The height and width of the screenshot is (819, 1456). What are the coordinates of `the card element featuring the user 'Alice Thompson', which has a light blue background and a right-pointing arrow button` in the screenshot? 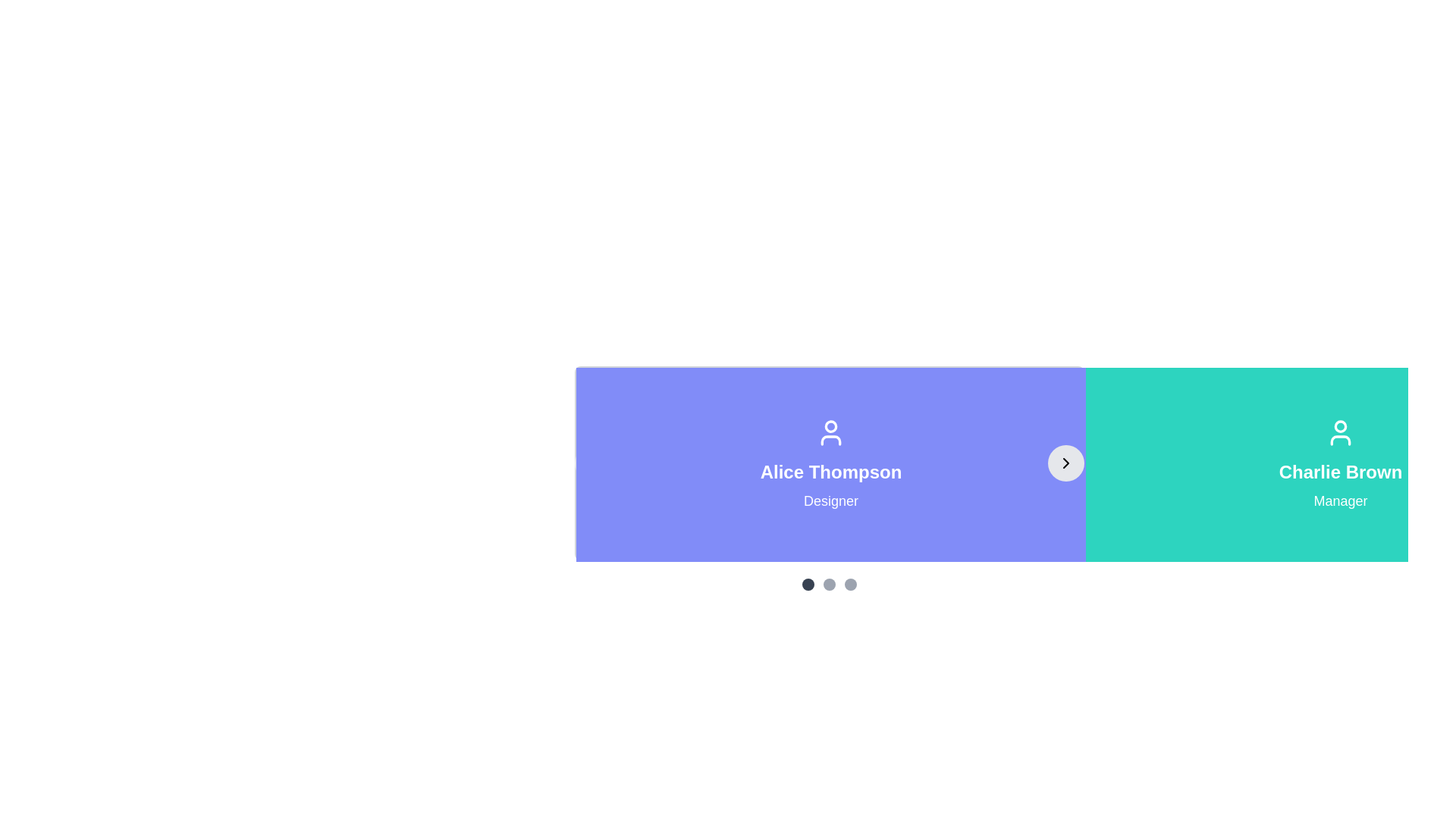 It's located at (829, 462).